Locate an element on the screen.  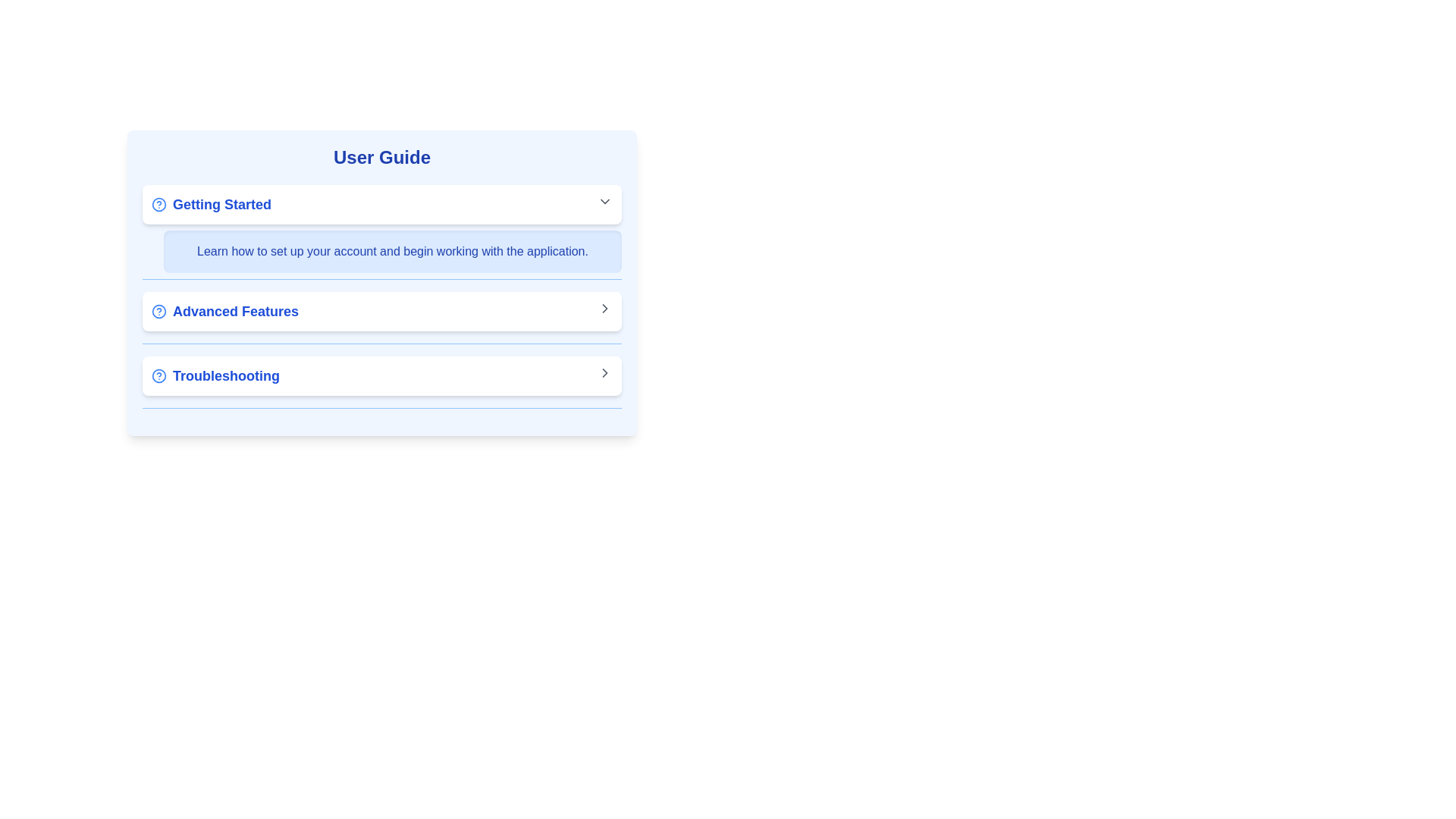
the third navigational button that leads to troubleshooting guides is located at coordinates (382, 381).